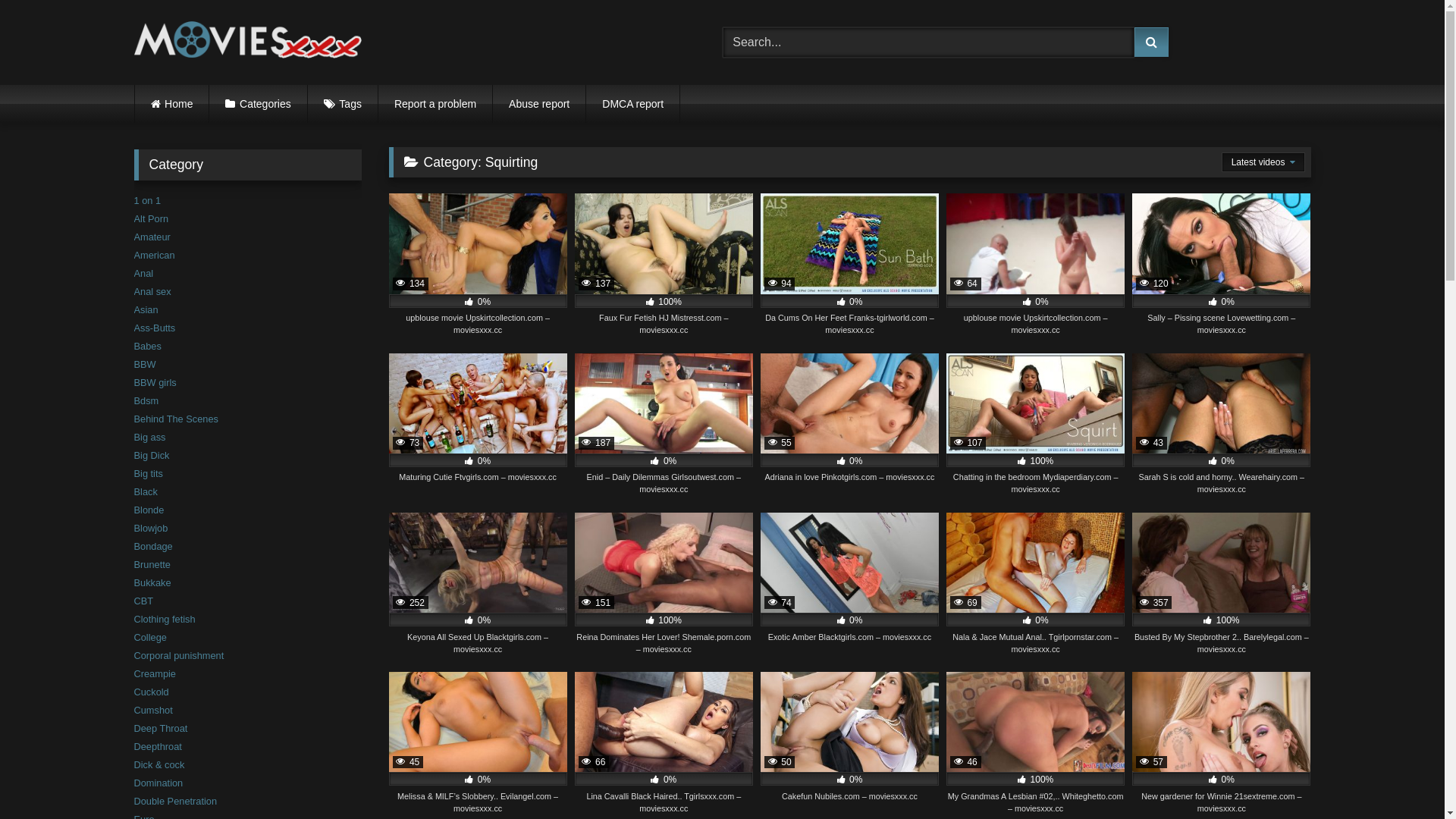 The width and height of the screenshot is (1456, 819). Describe the element at coordinates (538, 103) in the screenshot. I see `'Abuse report'` at that location.